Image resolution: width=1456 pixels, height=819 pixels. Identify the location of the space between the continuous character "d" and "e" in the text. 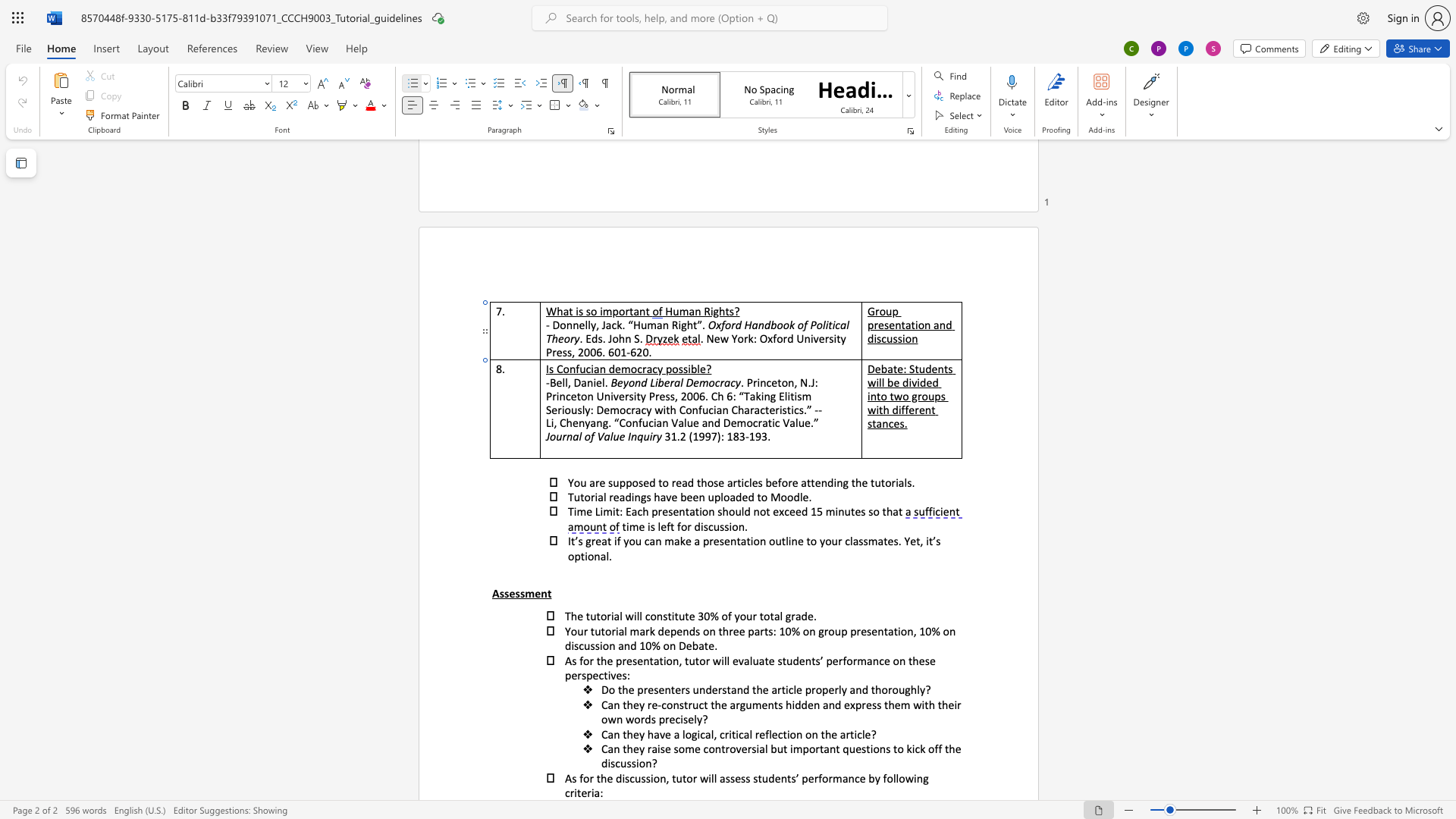
(774, 778).